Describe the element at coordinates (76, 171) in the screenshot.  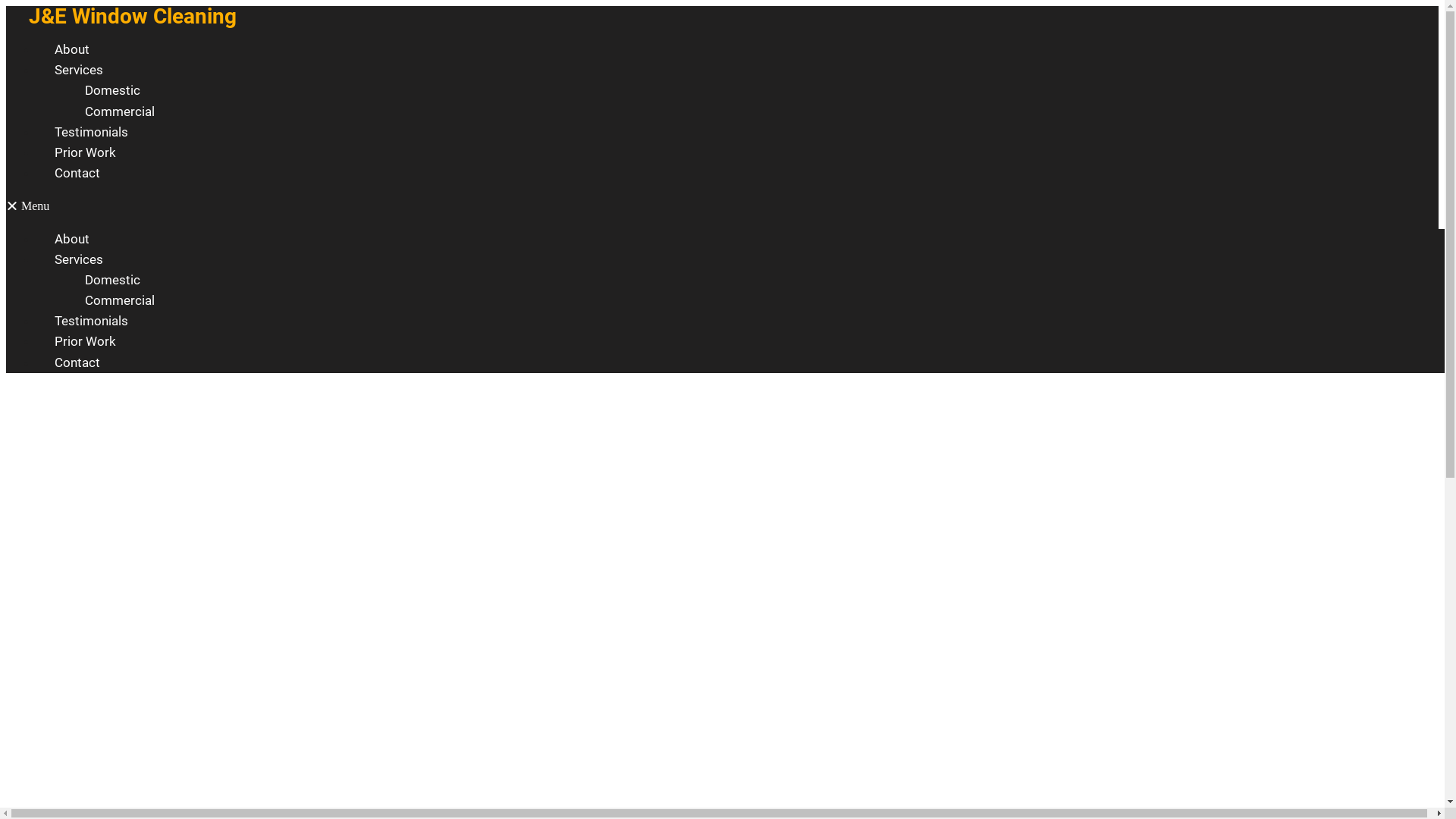
I see `'Contact'` at that location.